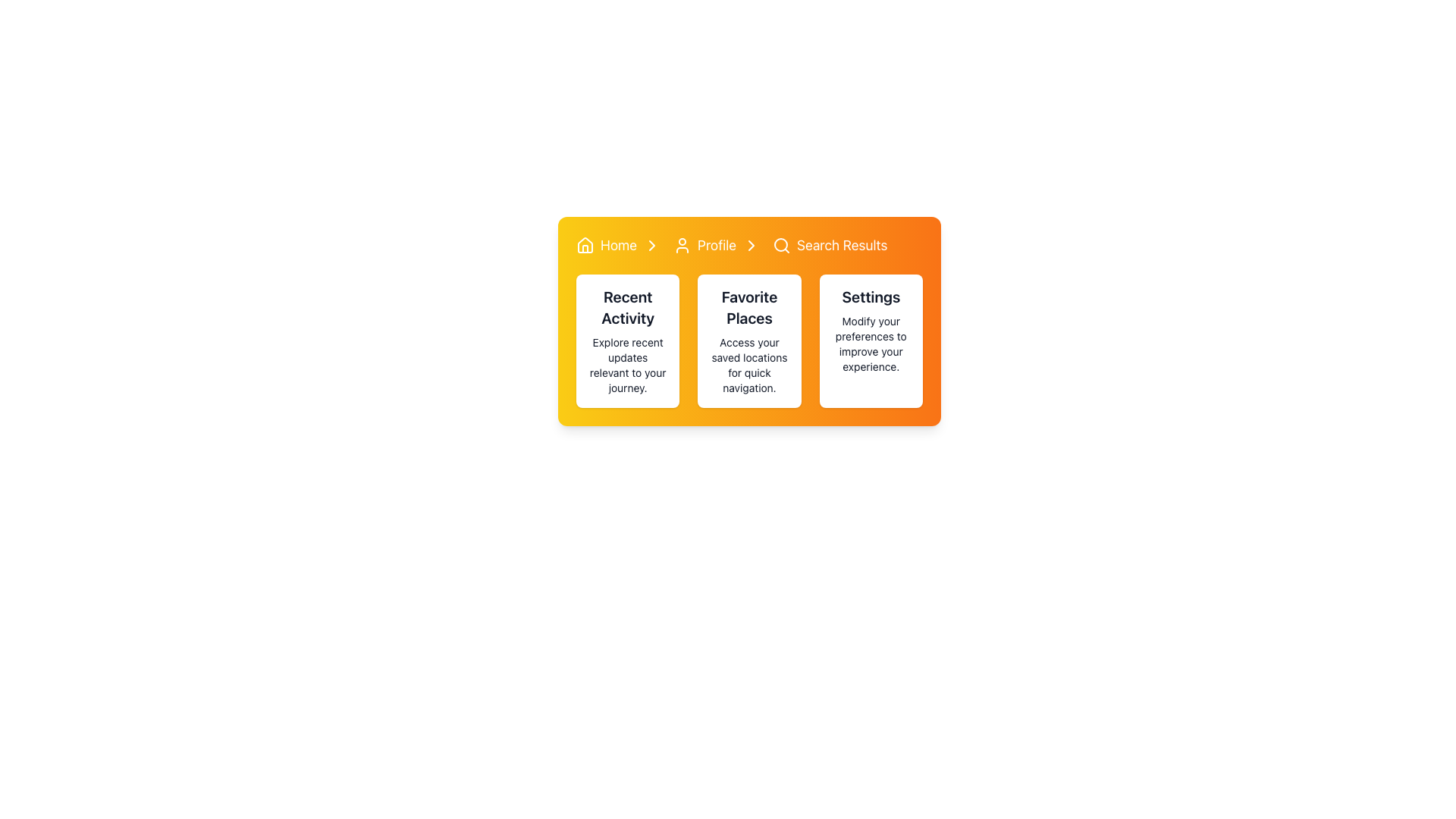  I want to click on the 'Home' icon in the breadcrumb navigation bar, so click(585, 244).